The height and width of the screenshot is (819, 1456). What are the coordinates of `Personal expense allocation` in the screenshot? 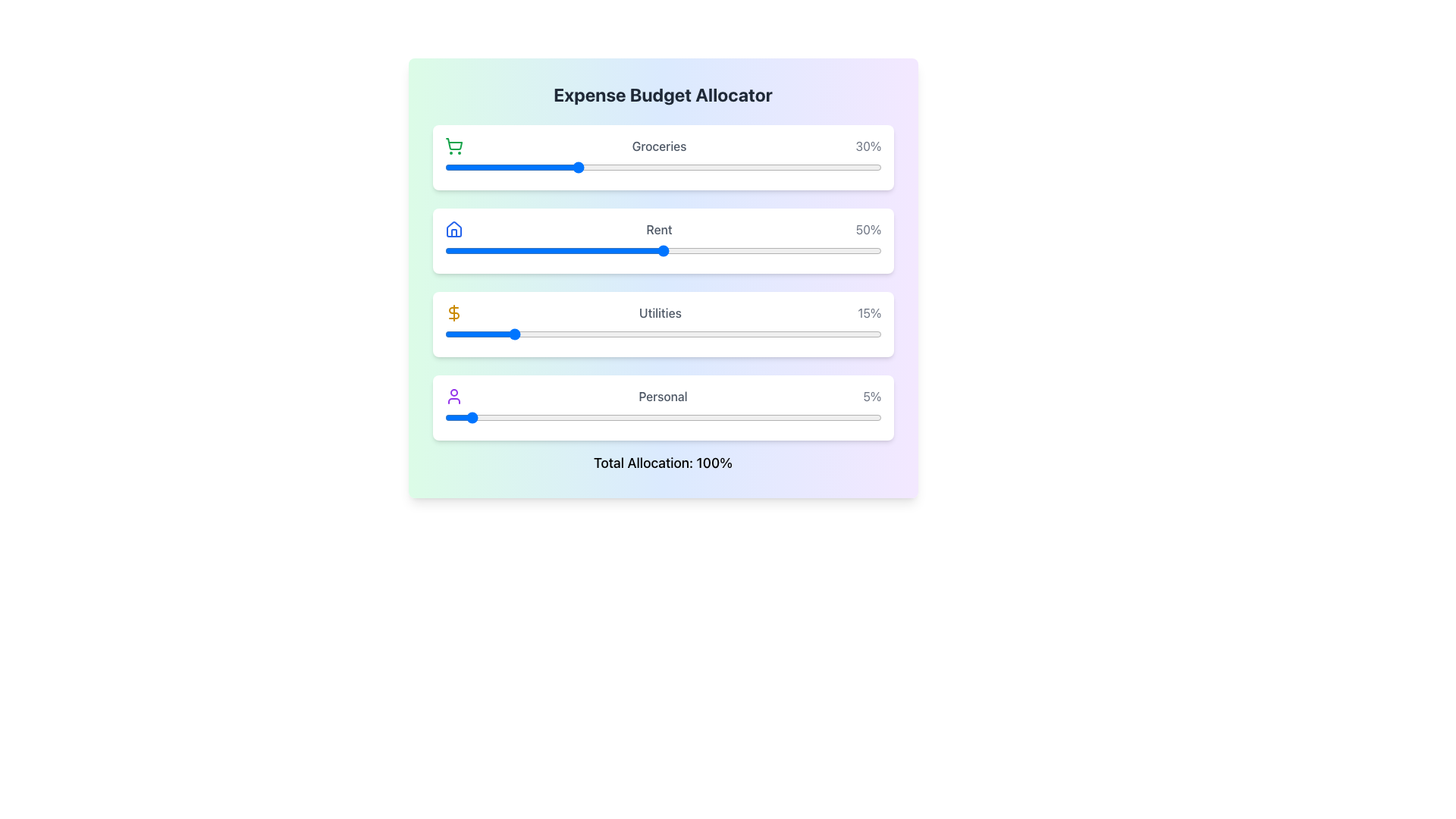 It's located at (855, 418).